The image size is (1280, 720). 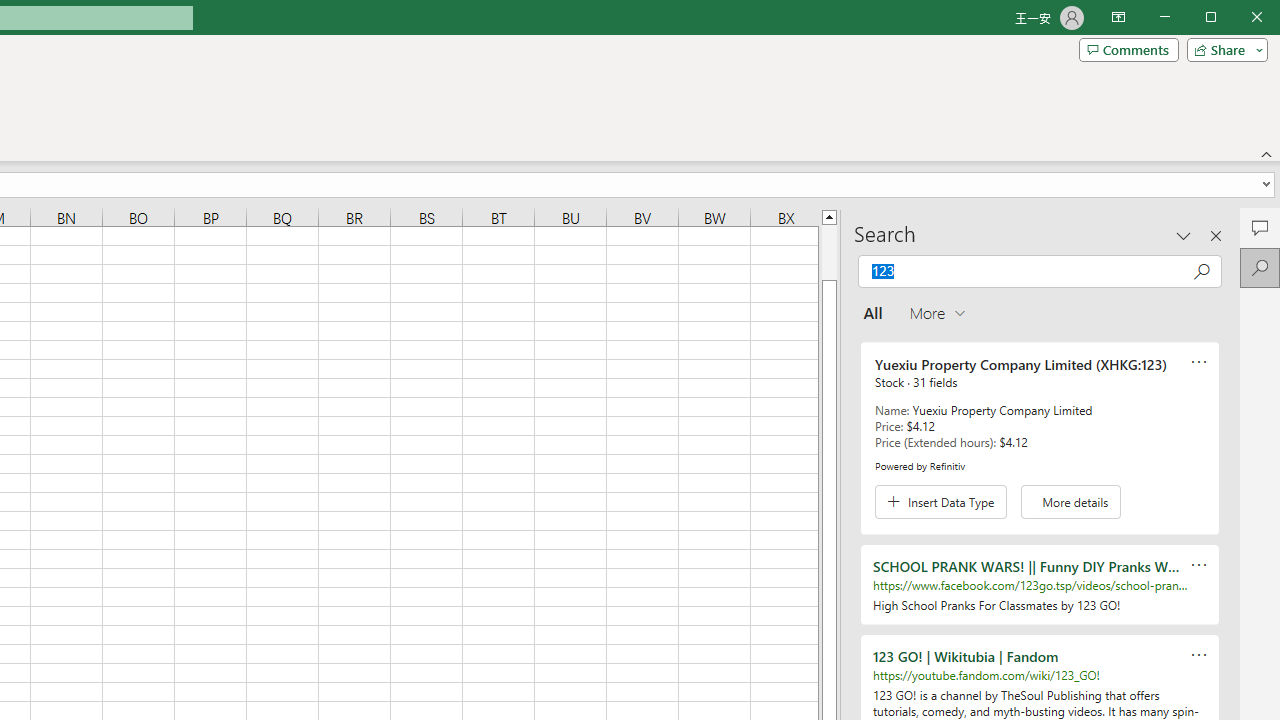 What do you see at coordinates (829, 251) in the screenshot?
I see `'Page up'` at bounding box center [829, 251].